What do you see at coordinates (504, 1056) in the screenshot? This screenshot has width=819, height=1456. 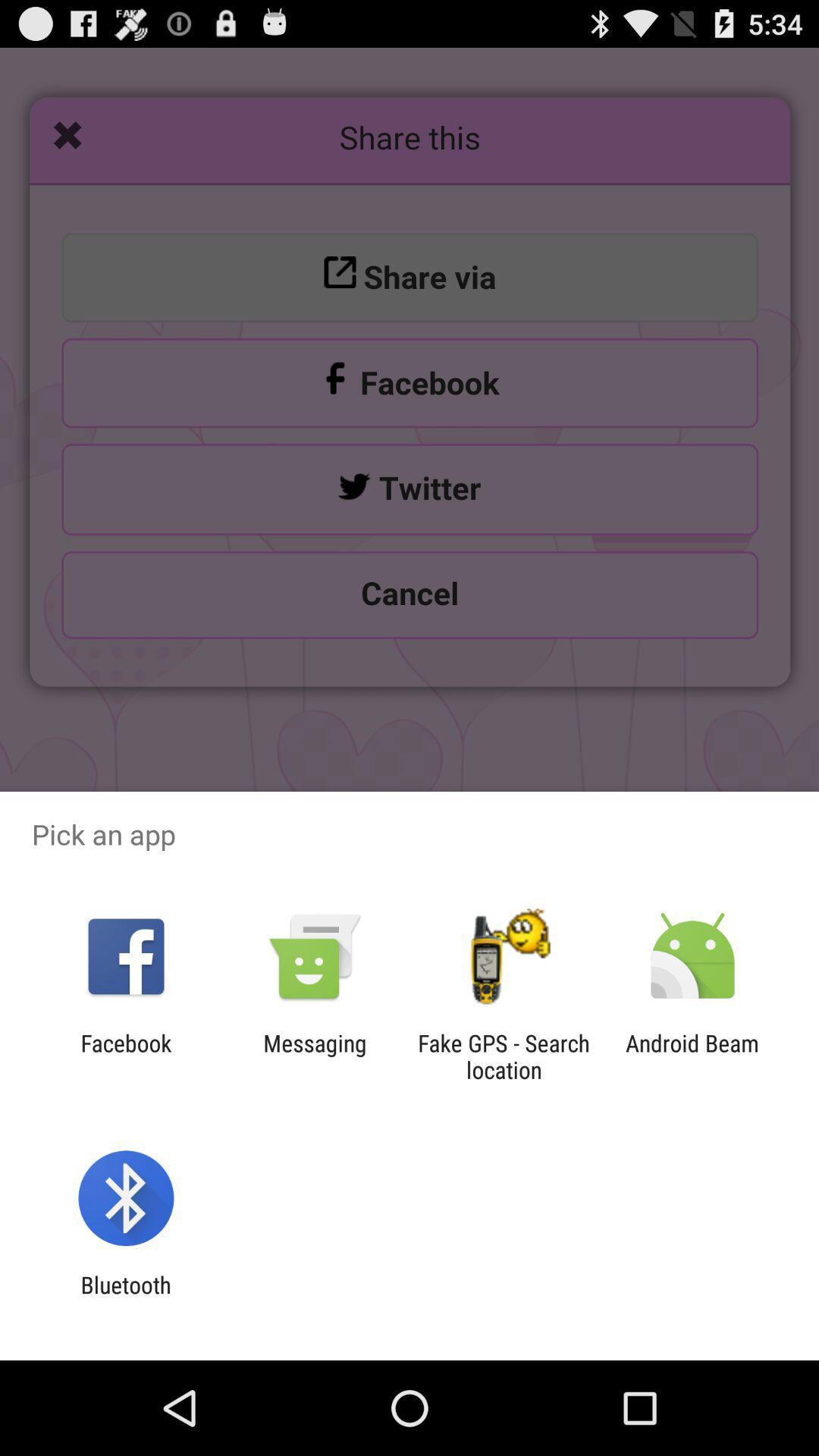 I see `the icon to the right of messaging item` at bounding box center [504, 1056].